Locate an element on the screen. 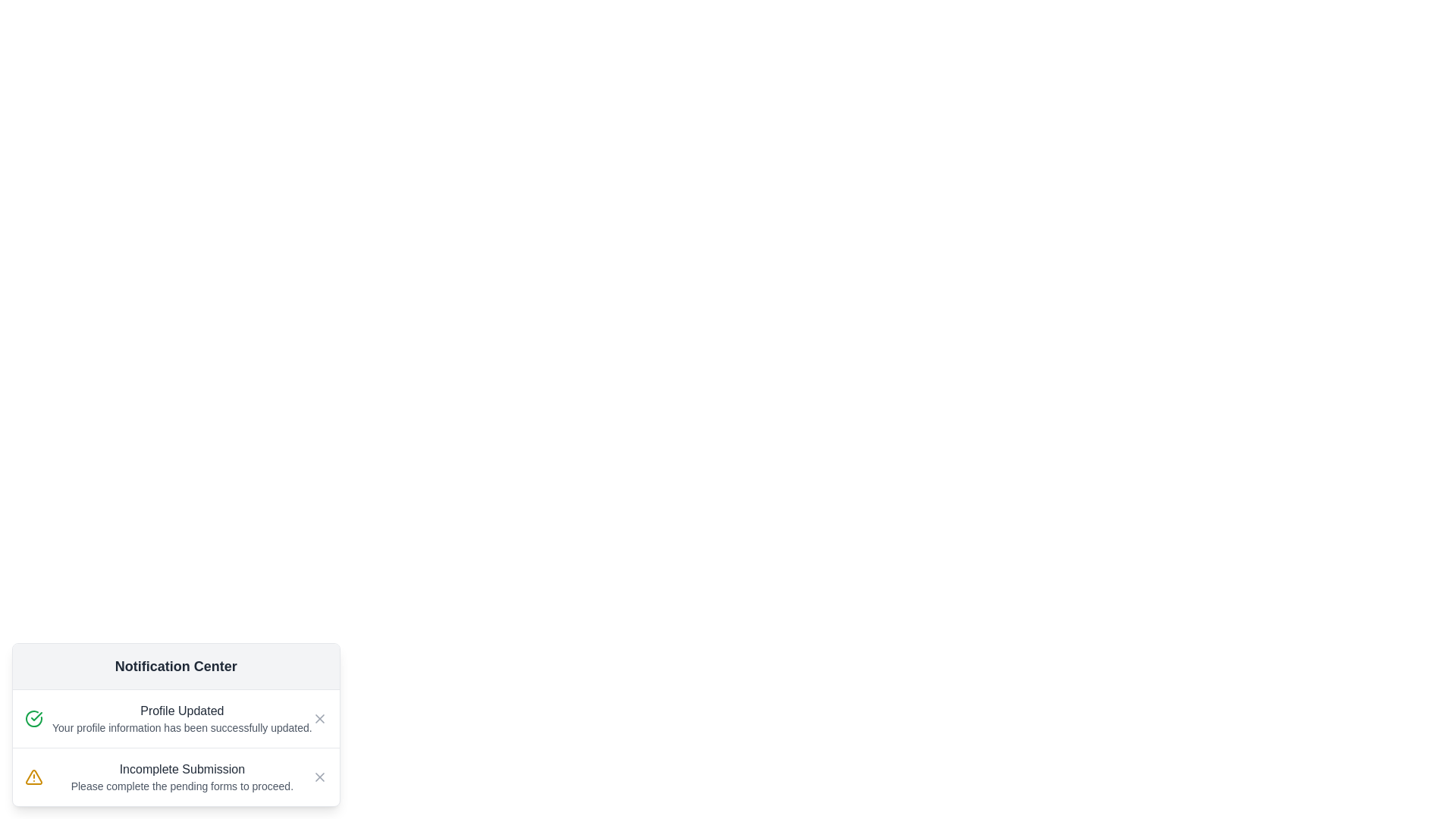 The image size is (1456, 819). the circular green checkmark icon in the notification bar is located at coordinates (33, 718).